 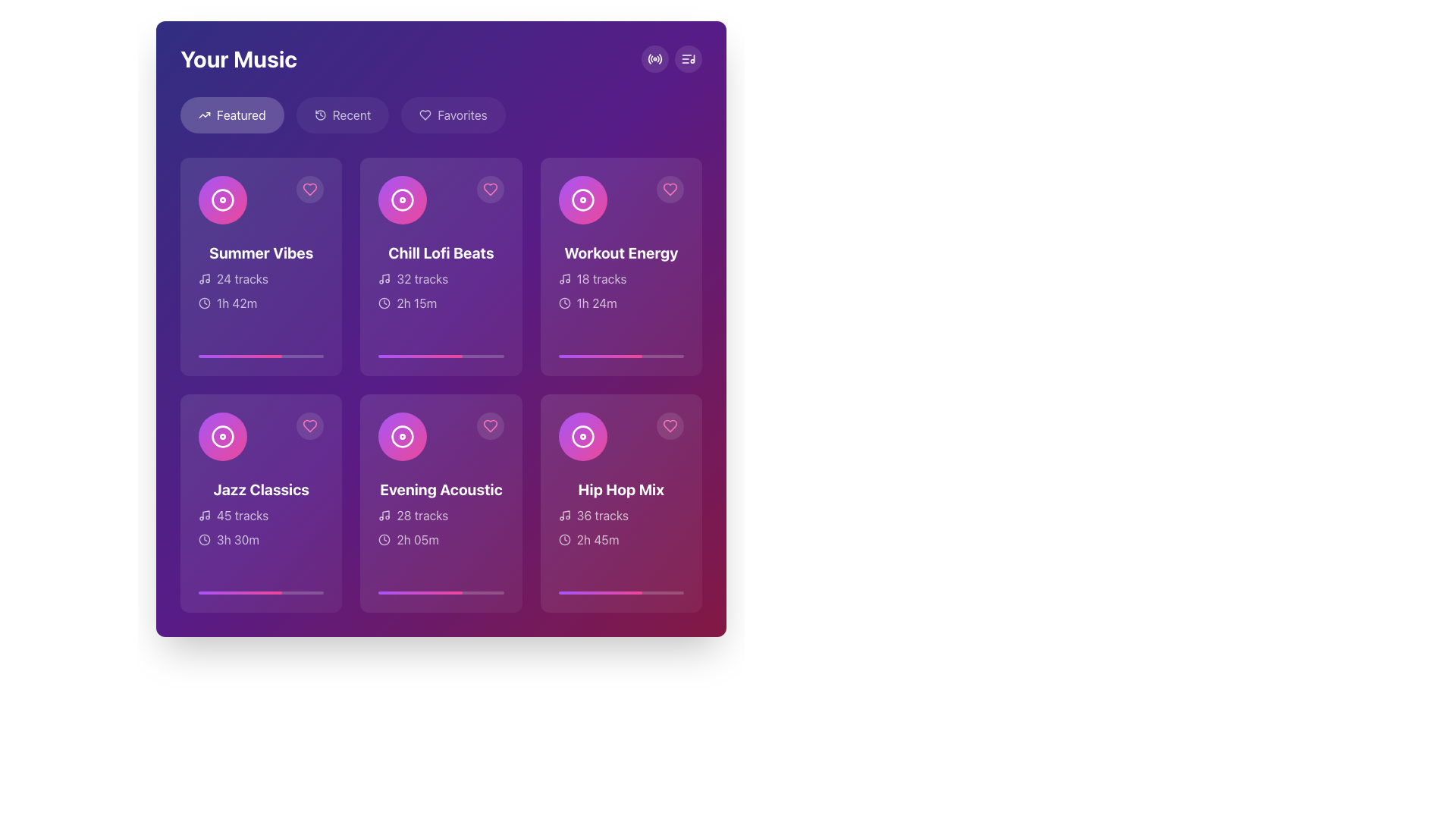 I want to click on the decorative album or music playlist icon in the 'Workout Energy' card, which is centrally located in the grid layout, so click(x=582, y=199).